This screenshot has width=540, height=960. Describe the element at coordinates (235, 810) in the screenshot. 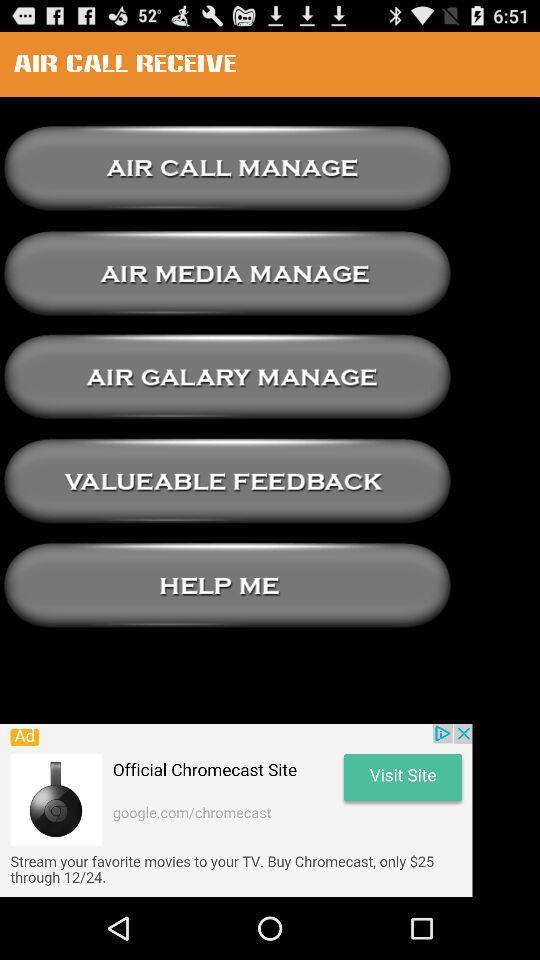

I see `the advertisement` at that location.